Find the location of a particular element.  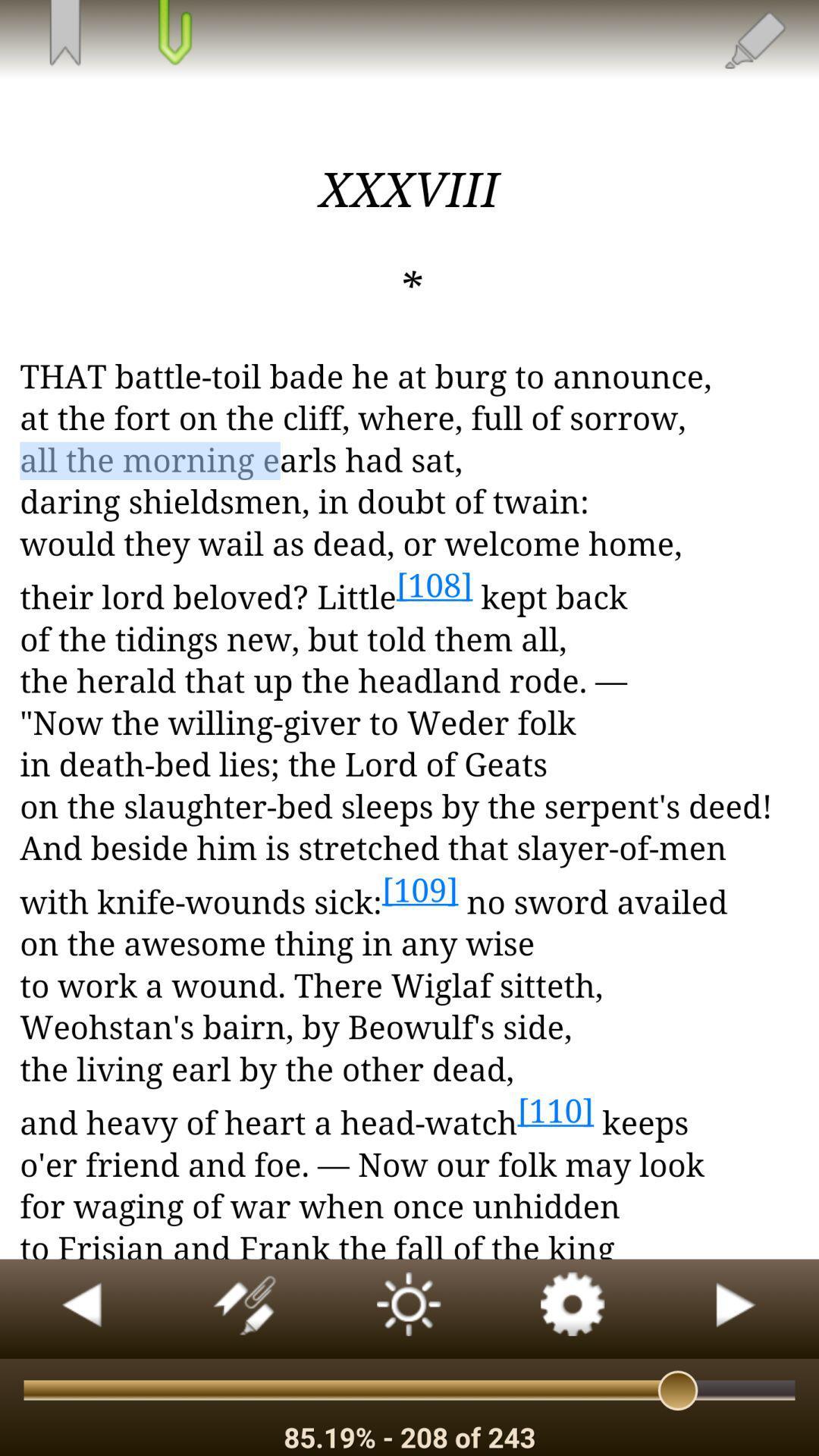

highlighter is located at coordinates (754, 39).